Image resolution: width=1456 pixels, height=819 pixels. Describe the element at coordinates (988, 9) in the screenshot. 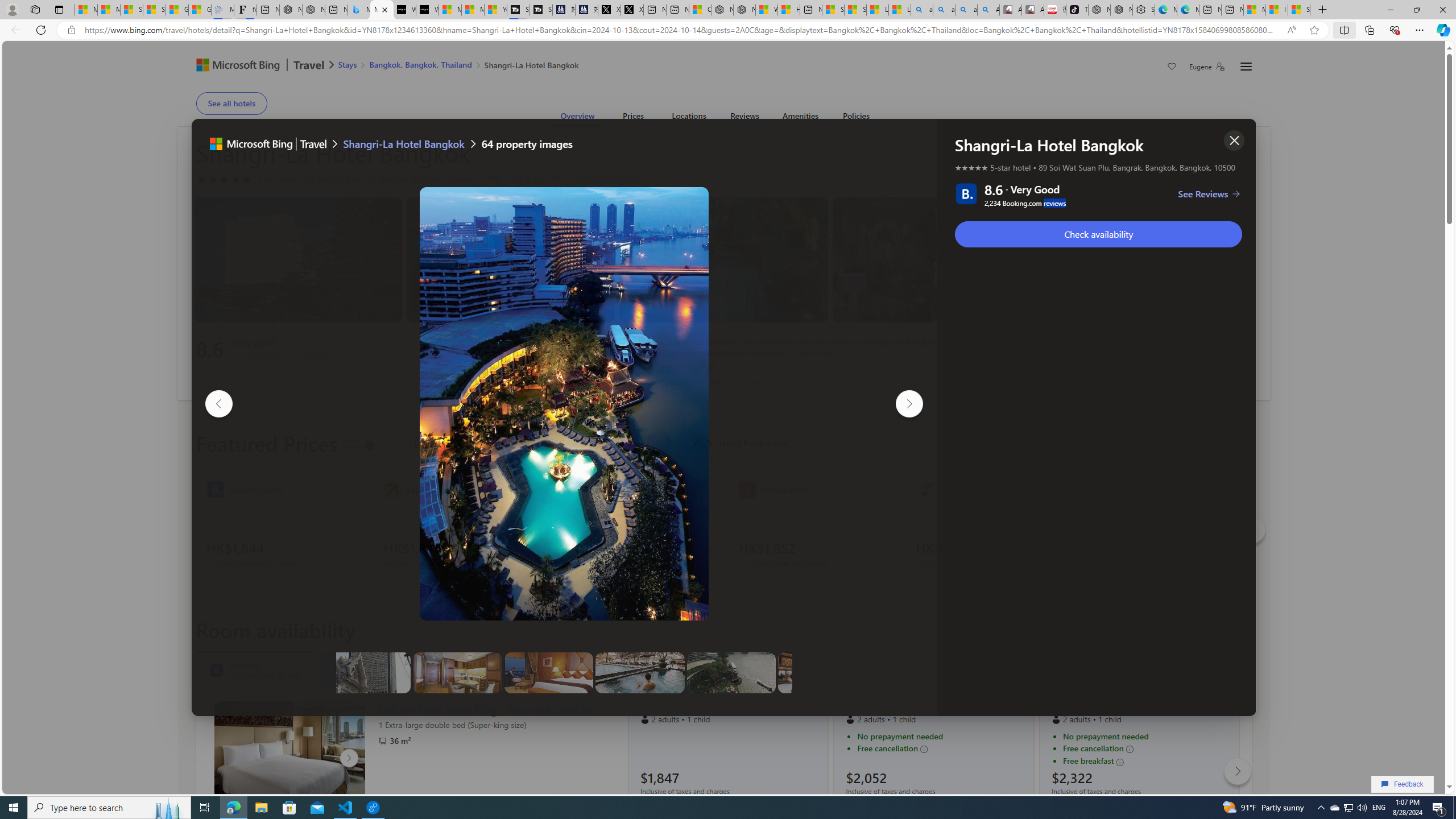

I see `'Amazon Echo Robot - Search Images'` at that location.